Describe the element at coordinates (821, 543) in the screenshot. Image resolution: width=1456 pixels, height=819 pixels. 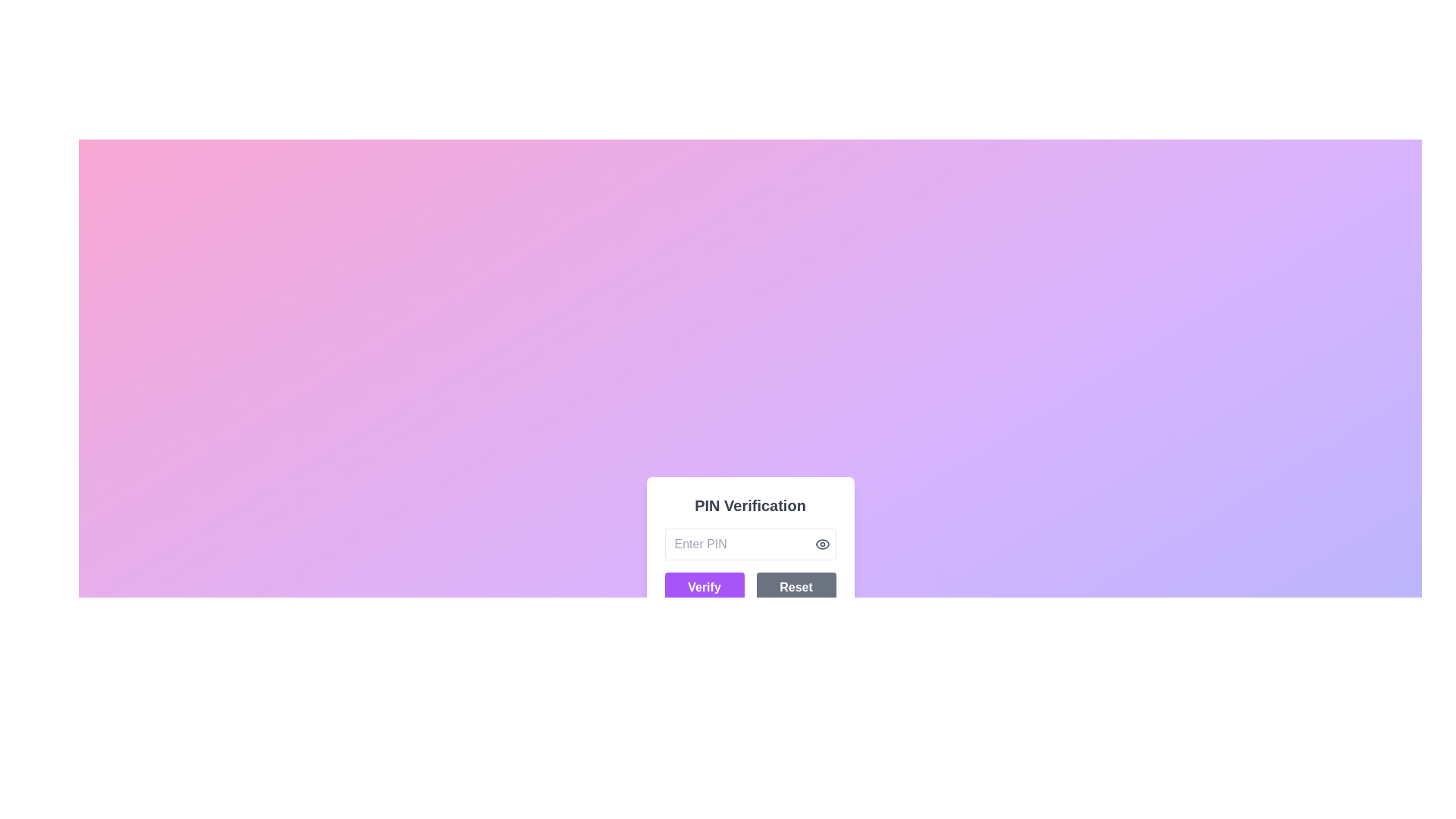
I see `the circular button with an eye icon` at that location.